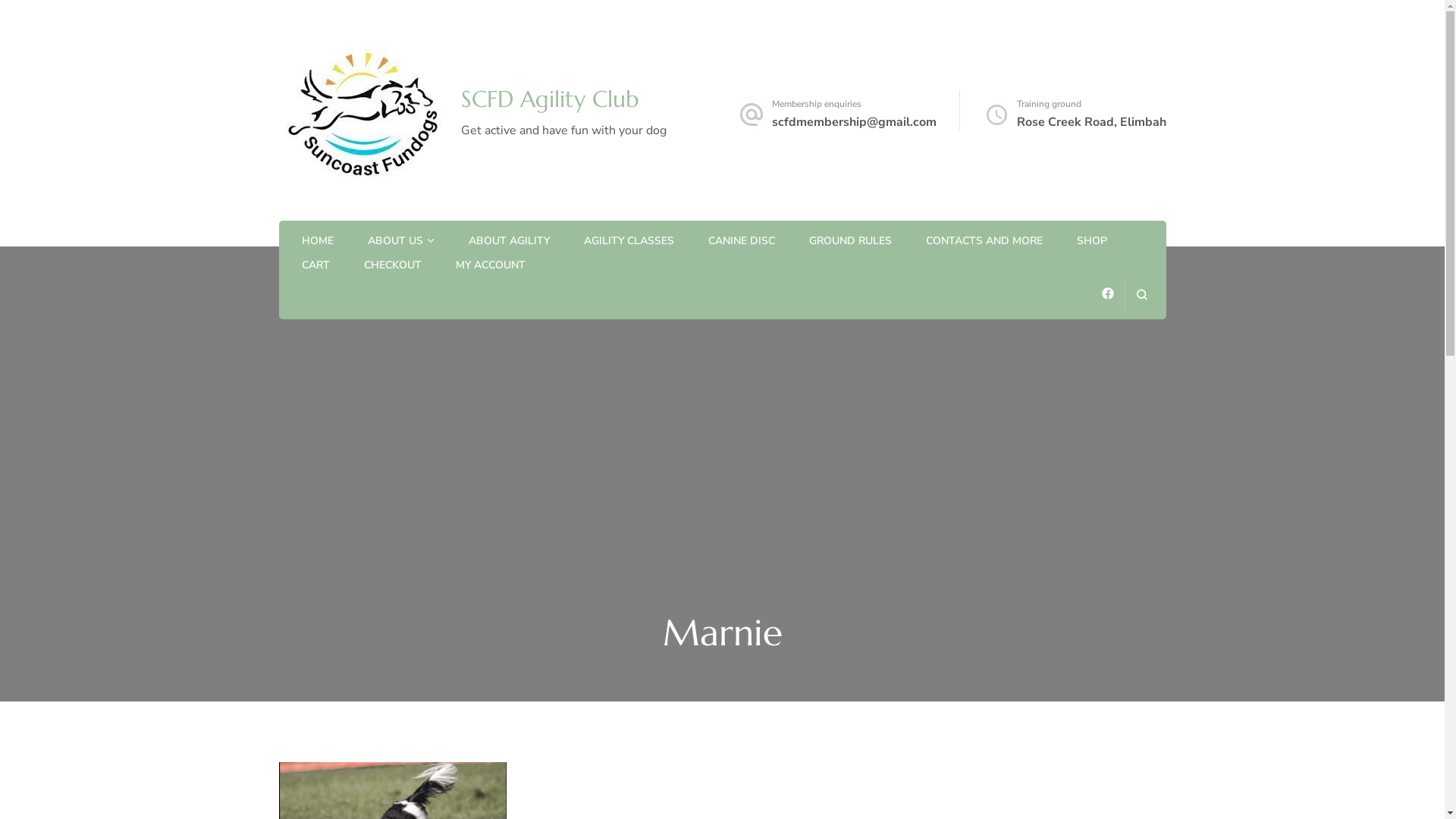 The image size is (1456, 819). I want to click on 'CHECKOUT', so click(364, 265).